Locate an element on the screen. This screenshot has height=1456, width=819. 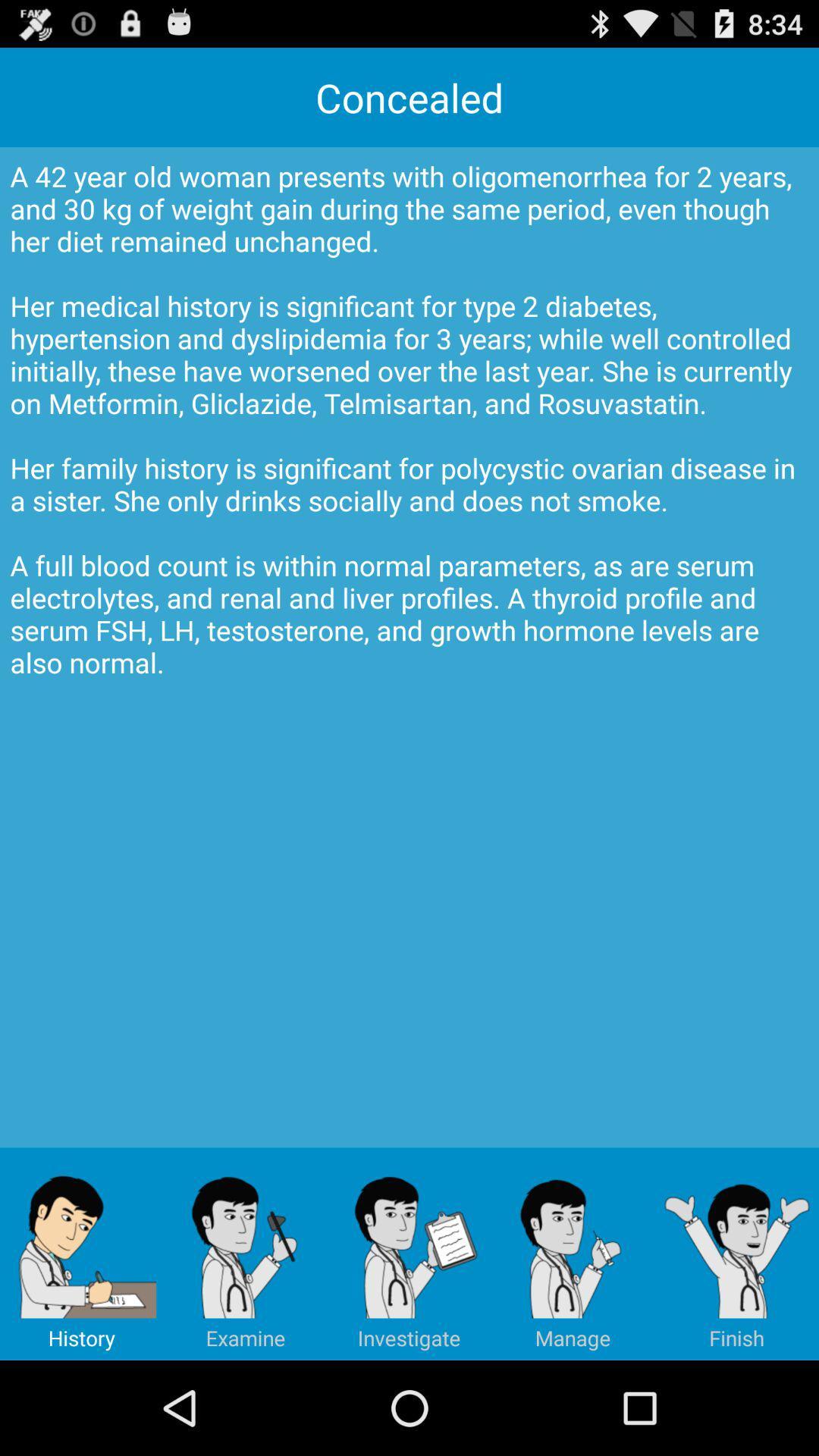
icon below a 42 year is located at coordinates (409, 1254).